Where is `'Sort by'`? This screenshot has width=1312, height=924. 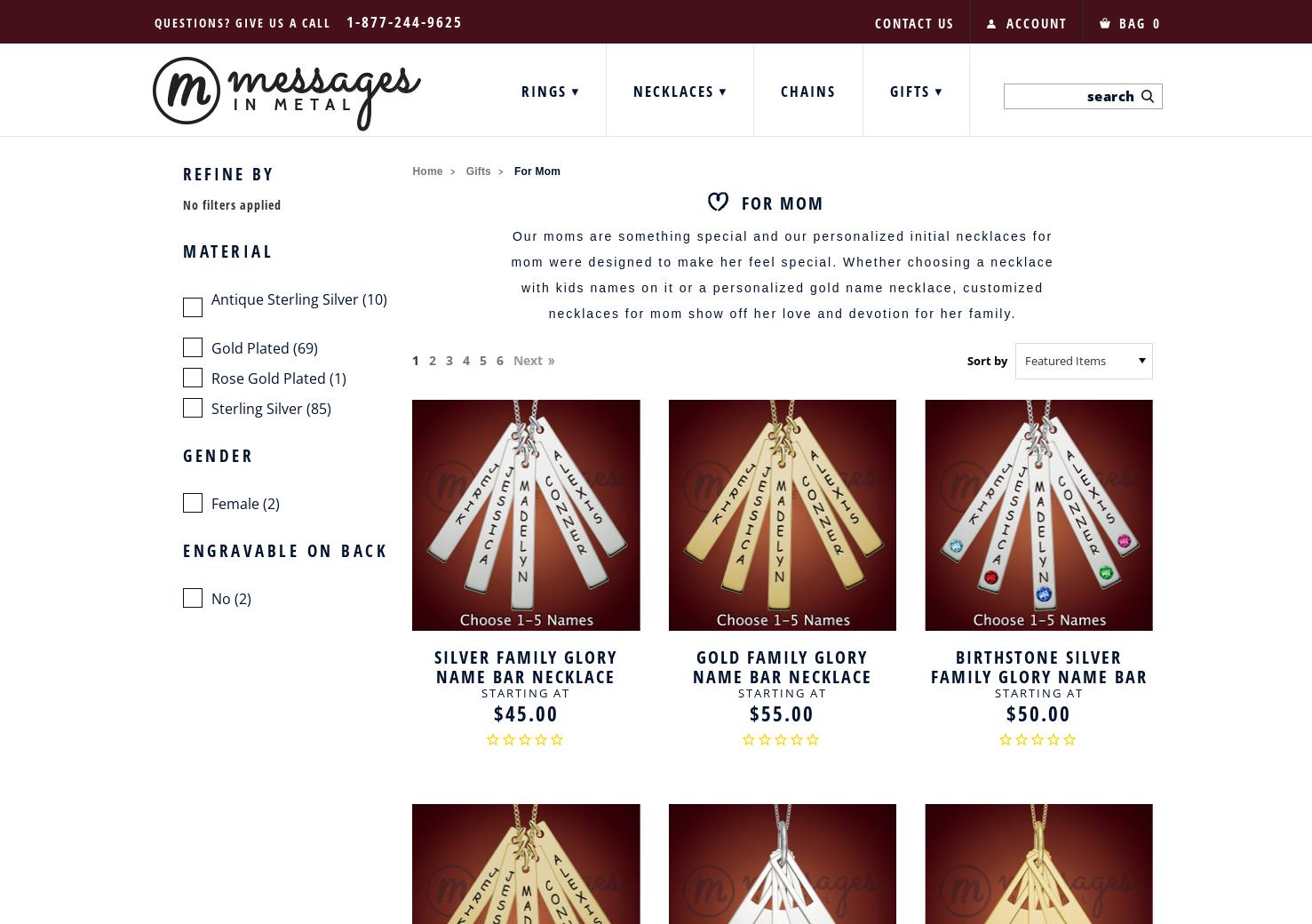 'Sort by' is located at coordinates (966, 359).